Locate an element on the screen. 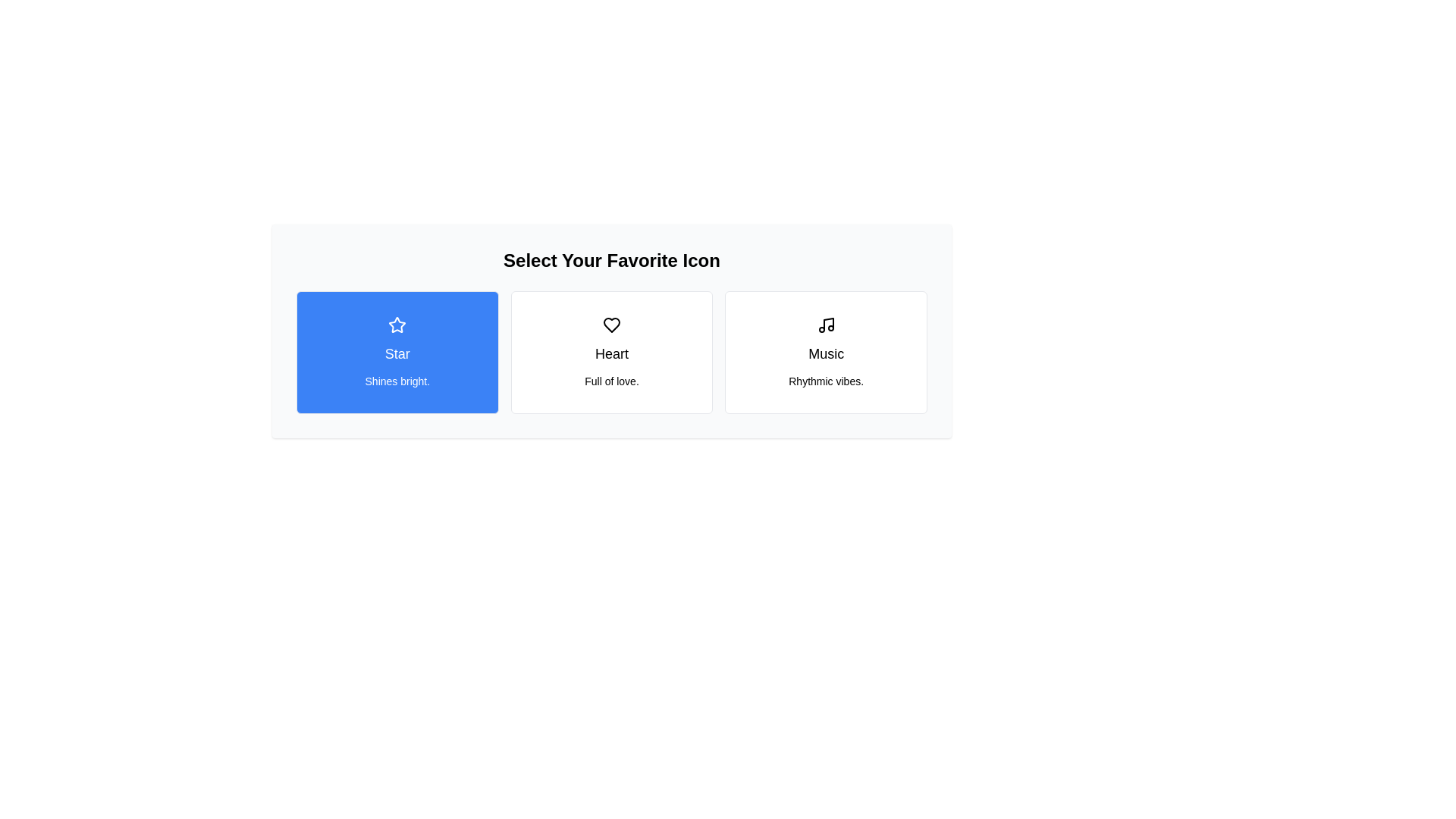  'Music' text label, which is displayed in bold and located within the rightmost music card, beneath a music note icon and above the description 'Rhythmic vibes' is located at coordinates (825, 353).